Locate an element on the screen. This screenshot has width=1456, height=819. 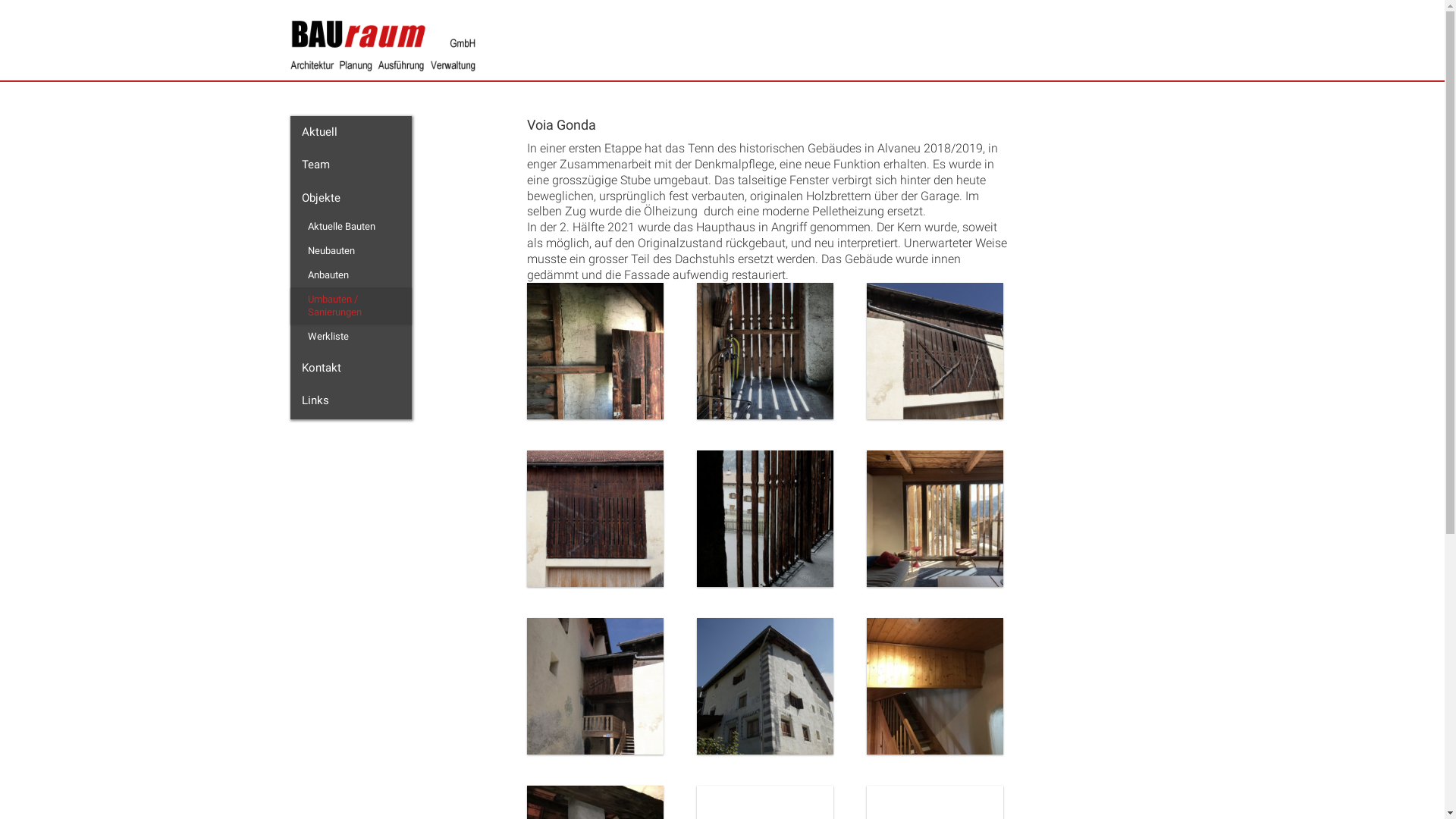
'Aktuelle Bauten' is located at coordinates (352, 227).